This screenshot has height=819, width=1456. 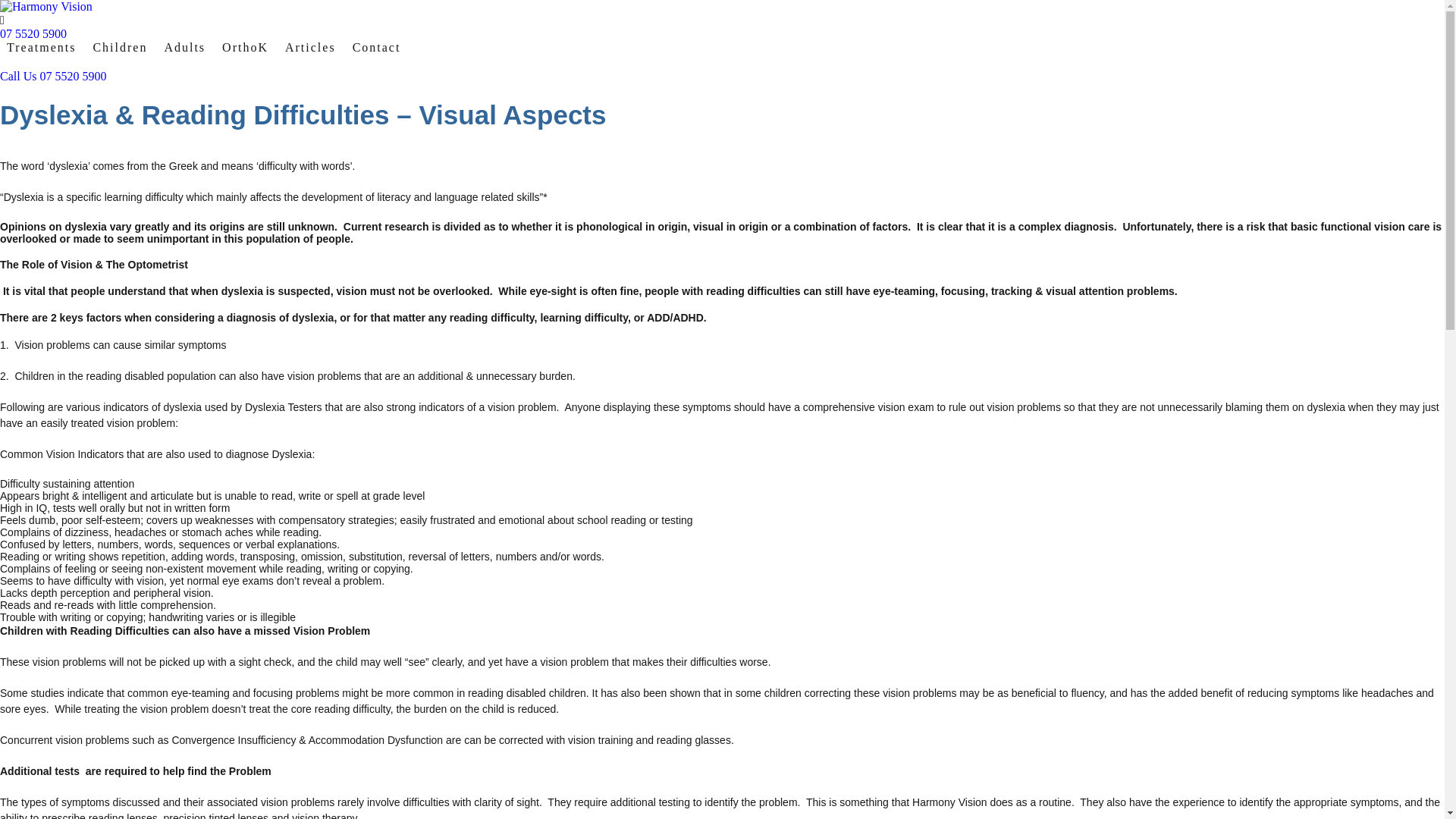 I want to click on 'Treatments', so click(x=7, y=46).